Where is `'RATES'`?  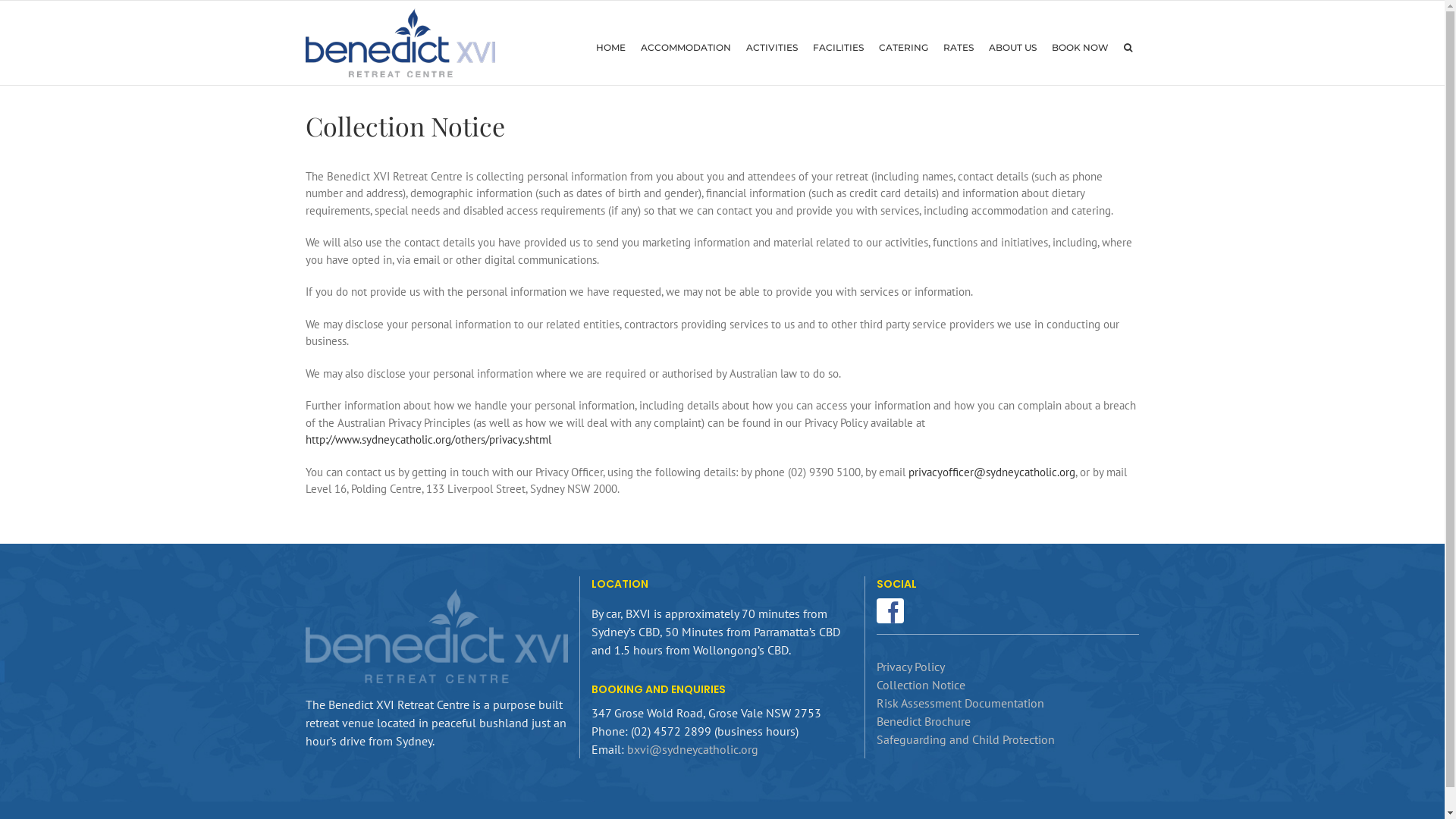 'RATES' is located at coordinates (957, 46).